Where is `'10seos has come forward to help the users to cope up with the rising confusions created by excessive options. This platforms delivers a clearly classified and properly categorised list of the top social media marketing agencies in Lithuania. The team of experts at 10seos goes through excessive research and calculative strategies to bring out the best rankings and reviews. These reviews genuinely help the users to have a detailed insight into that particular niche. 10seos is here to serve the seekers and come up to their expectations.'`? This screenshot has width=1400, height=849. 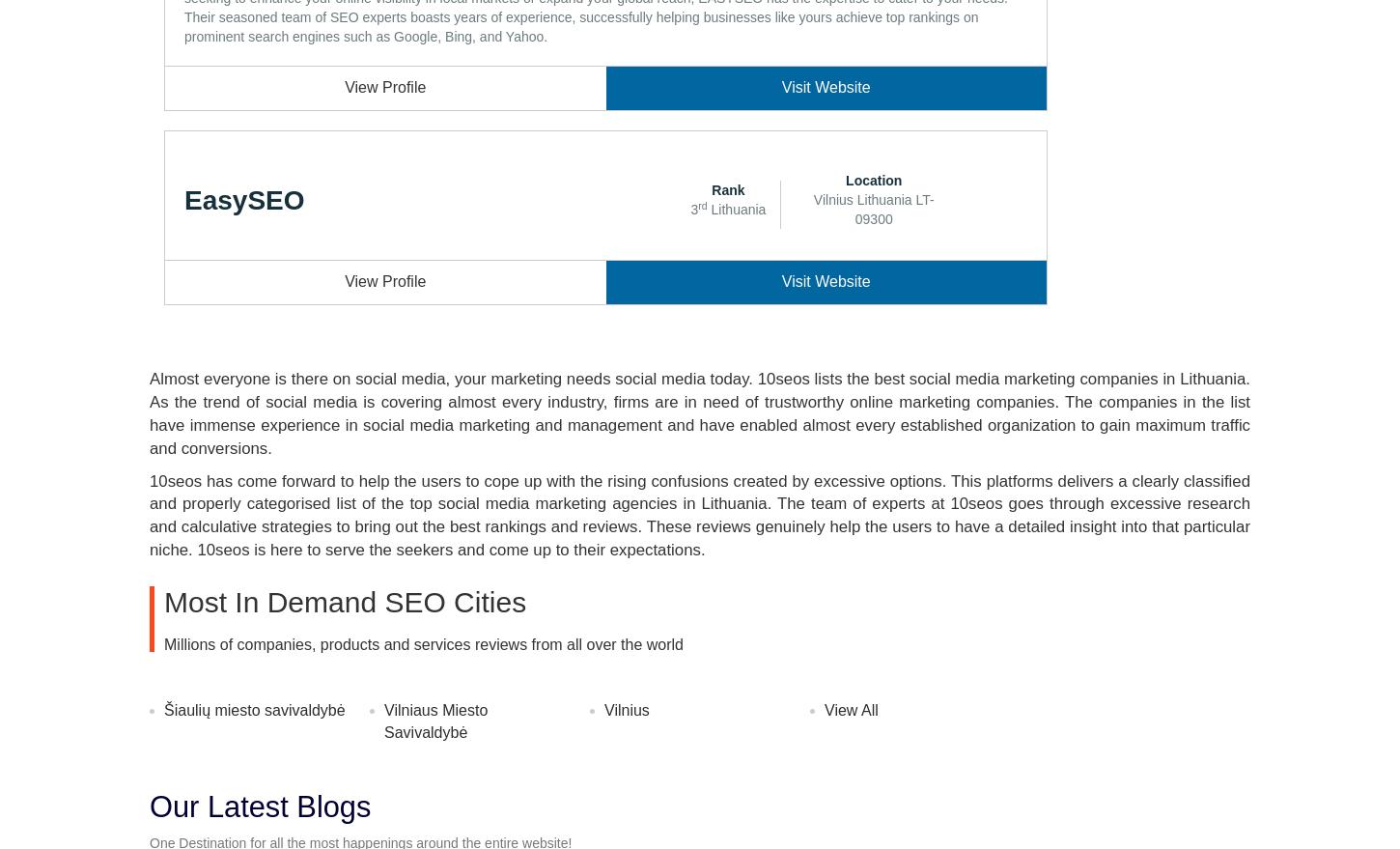
'10seos has come forward to help the users to cope up with the rising confusions created by excessive options. This platforms delivers a clearly classified and properly categorised list of the top social media marketing agencies in Lithuania. The team of experts at 10seos goes through excessive research and calculative strategies to bring out the best rankings and reviews. These reviews genuinely help the users to have a detailed insight into that particular niche. 10seos is here to serve the seekers and come up to their expectations.' is located at coordinates (149, 515).